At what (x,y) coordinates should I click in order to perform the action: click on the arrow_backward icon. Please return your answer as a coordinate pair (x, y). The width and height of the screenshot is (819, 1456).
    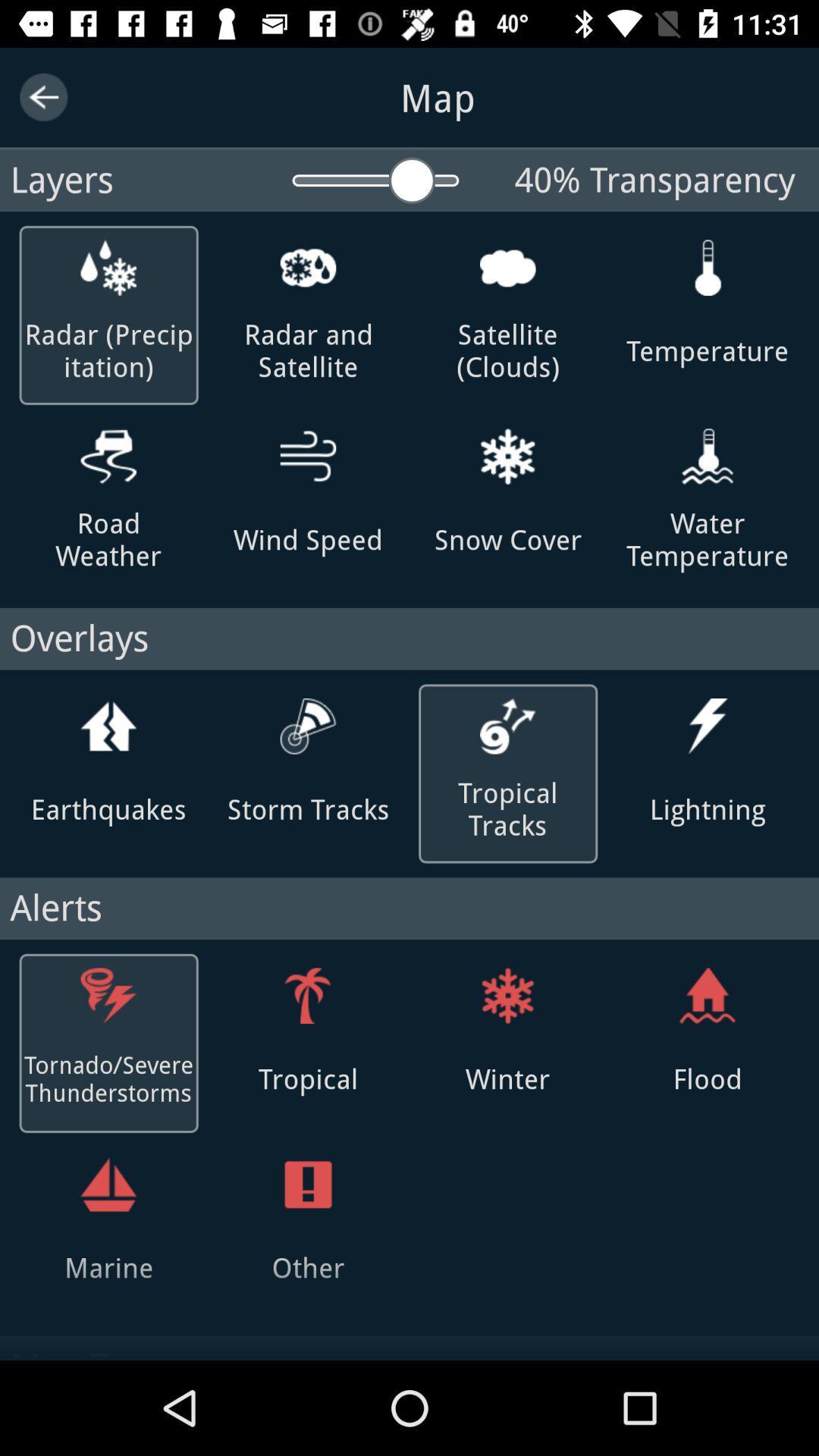
    Looking at the image, I should click on (42, 96).